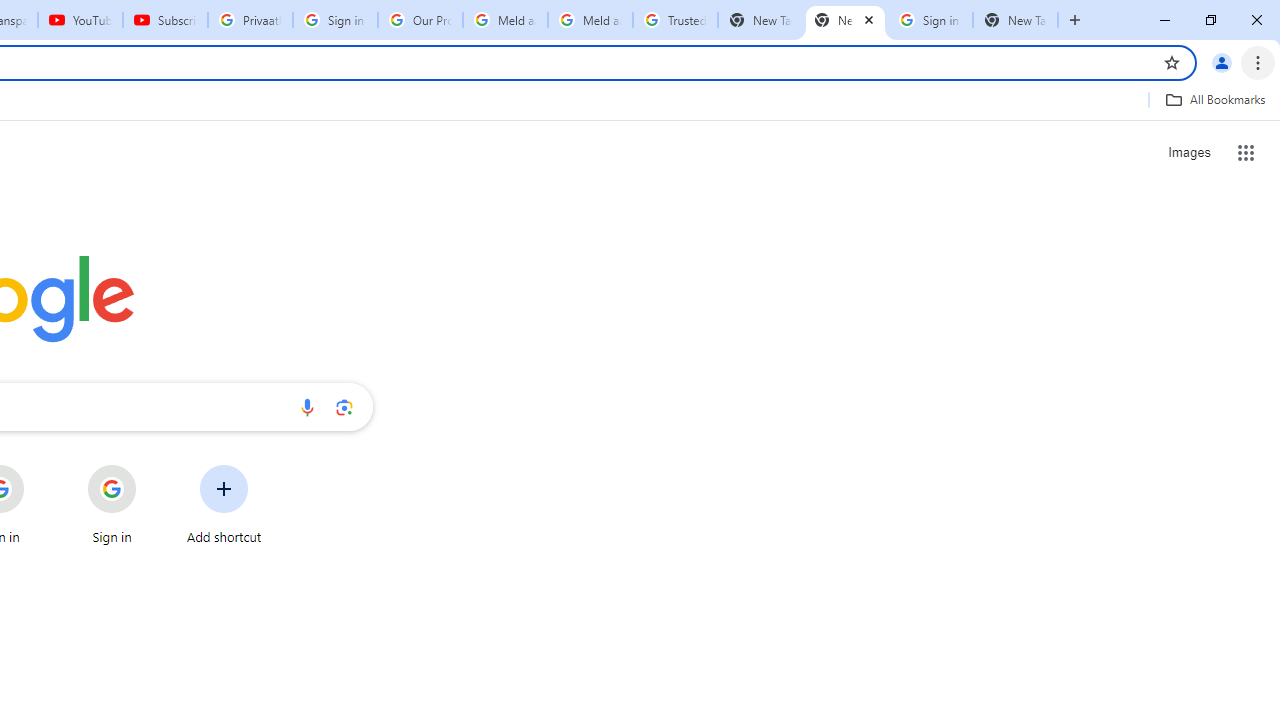  I want to click on 'Add shortcut', so click(224, 504).